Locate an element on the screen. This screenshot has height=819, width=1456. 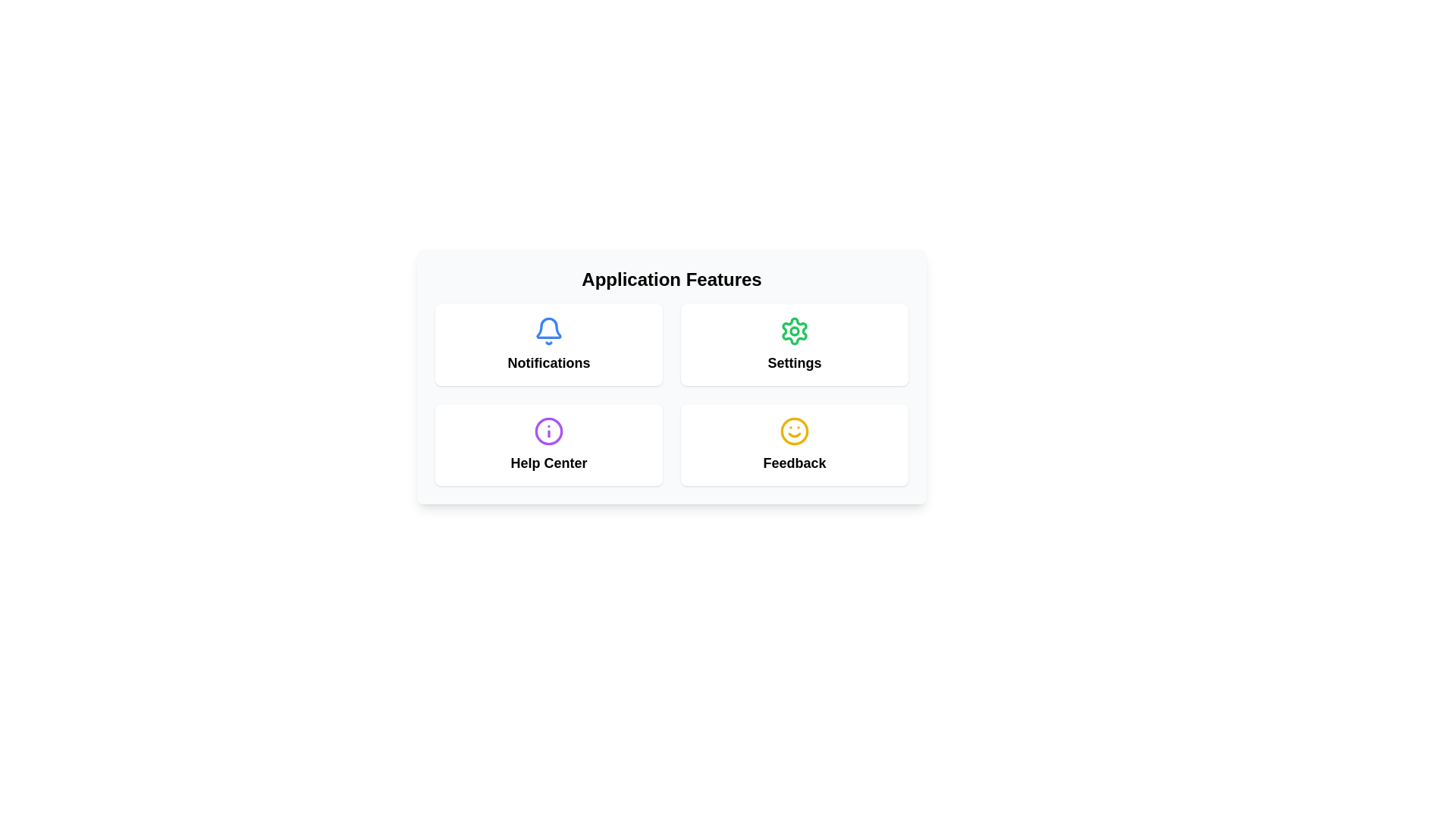
the settings Card located in the top-right quadrant of the interface, which serves as a navigation option is located at coordinates (793, 345).